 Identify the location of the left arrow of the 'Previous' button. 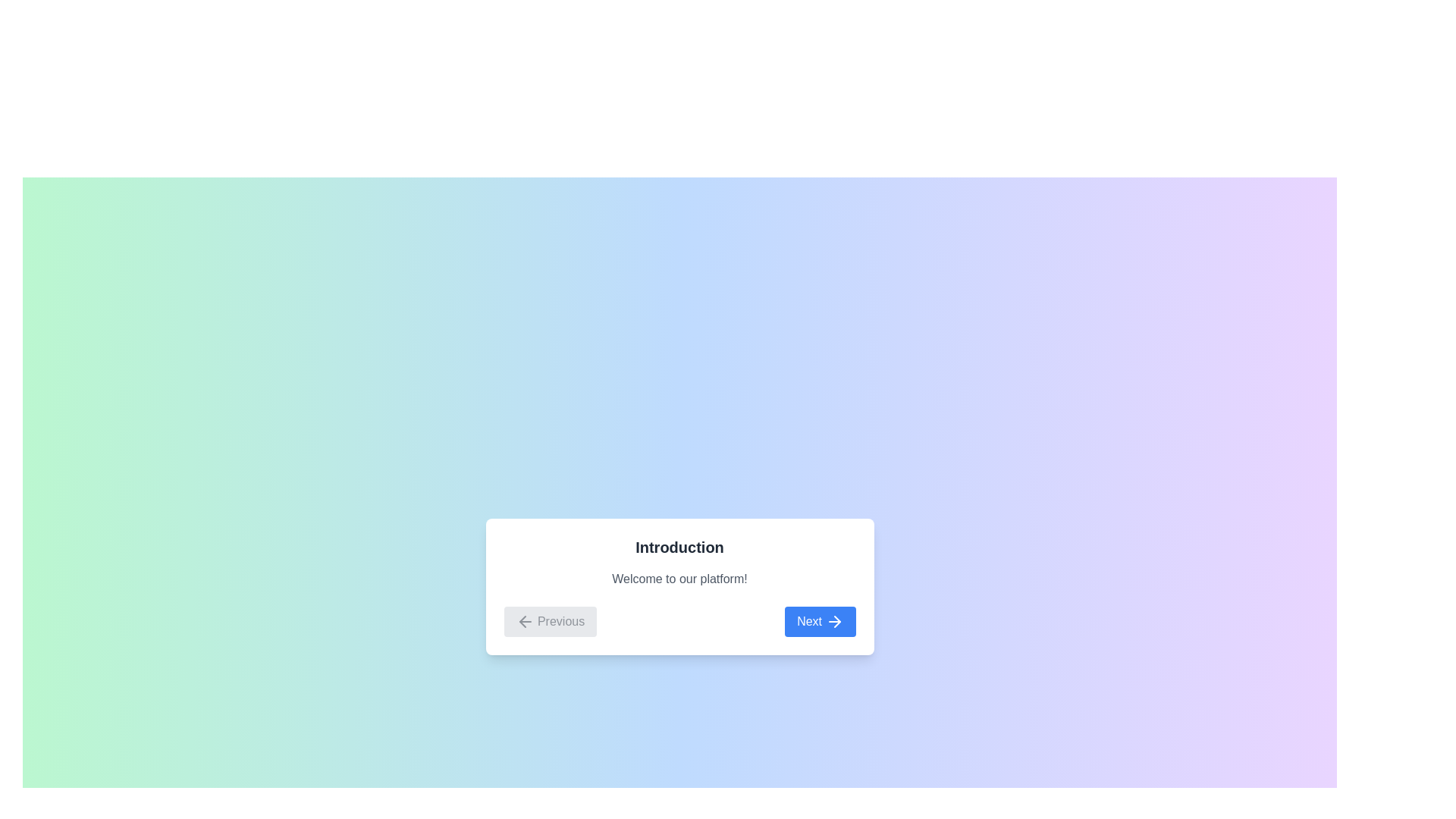
(522, 622).